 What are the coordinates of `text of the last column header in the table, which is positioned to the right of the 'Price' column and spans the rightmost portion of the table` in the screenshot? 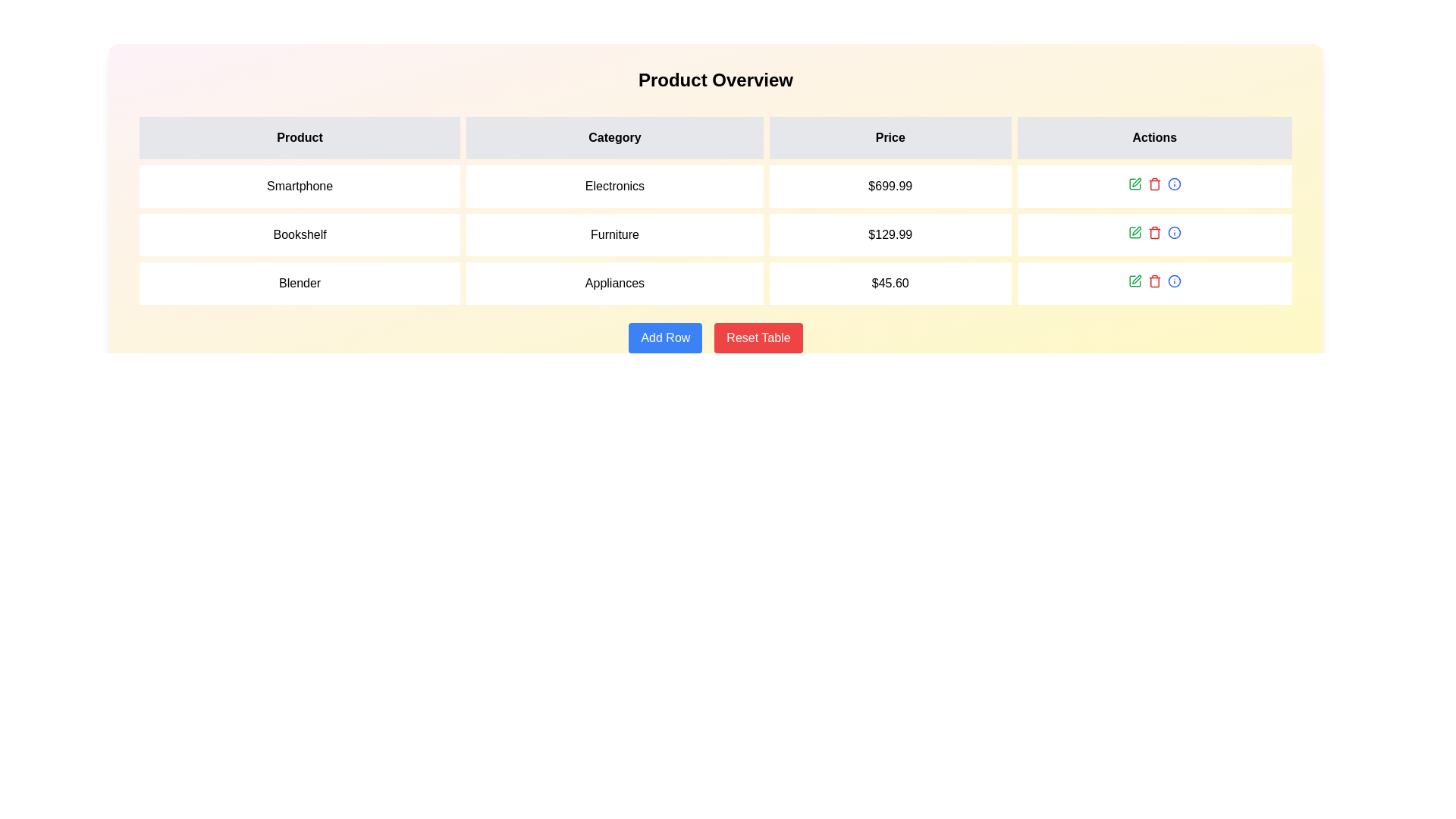 It's located at (1153, 137).